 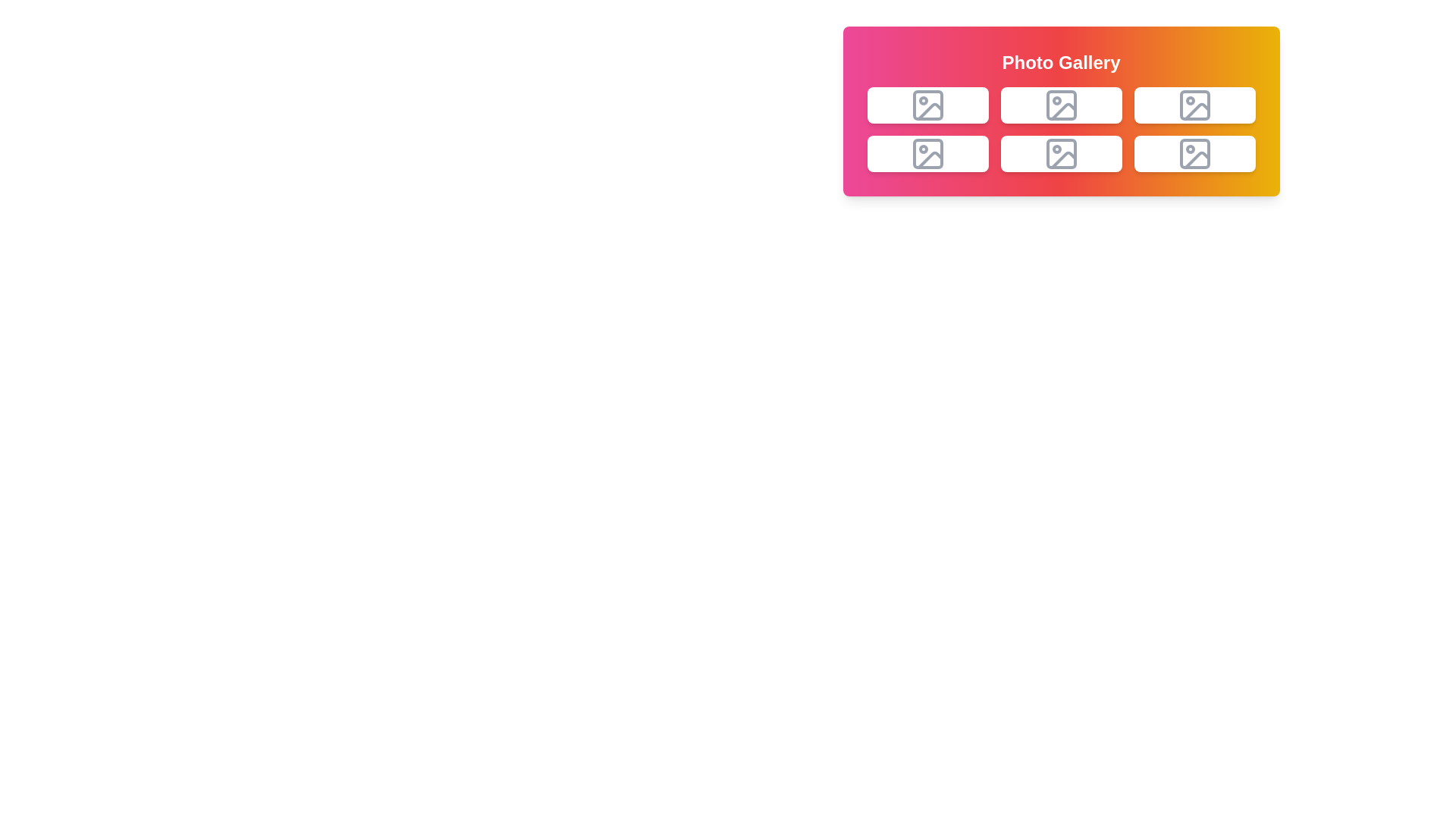 I want to click on the 'view' or 'preview' SVG icon located in the second button of the first row in the 'Photo Gallery' grid layout, so click(x=1040, y=104).